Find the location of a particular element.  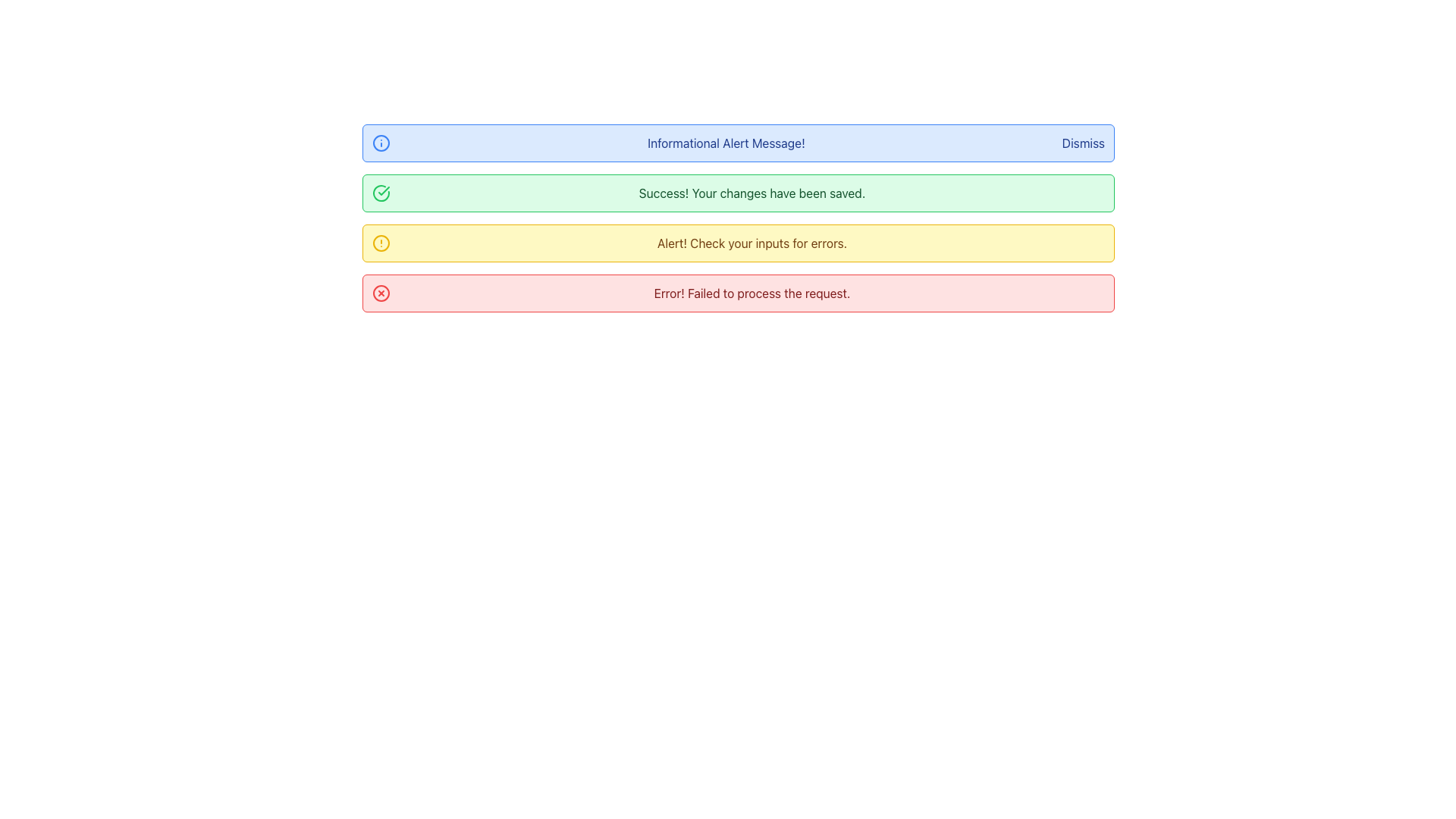

the circular decorative graphic within the yellow alert message box that contains the text 'Alert! Check your inputs for errors.' is located at coordinates (381, 242).